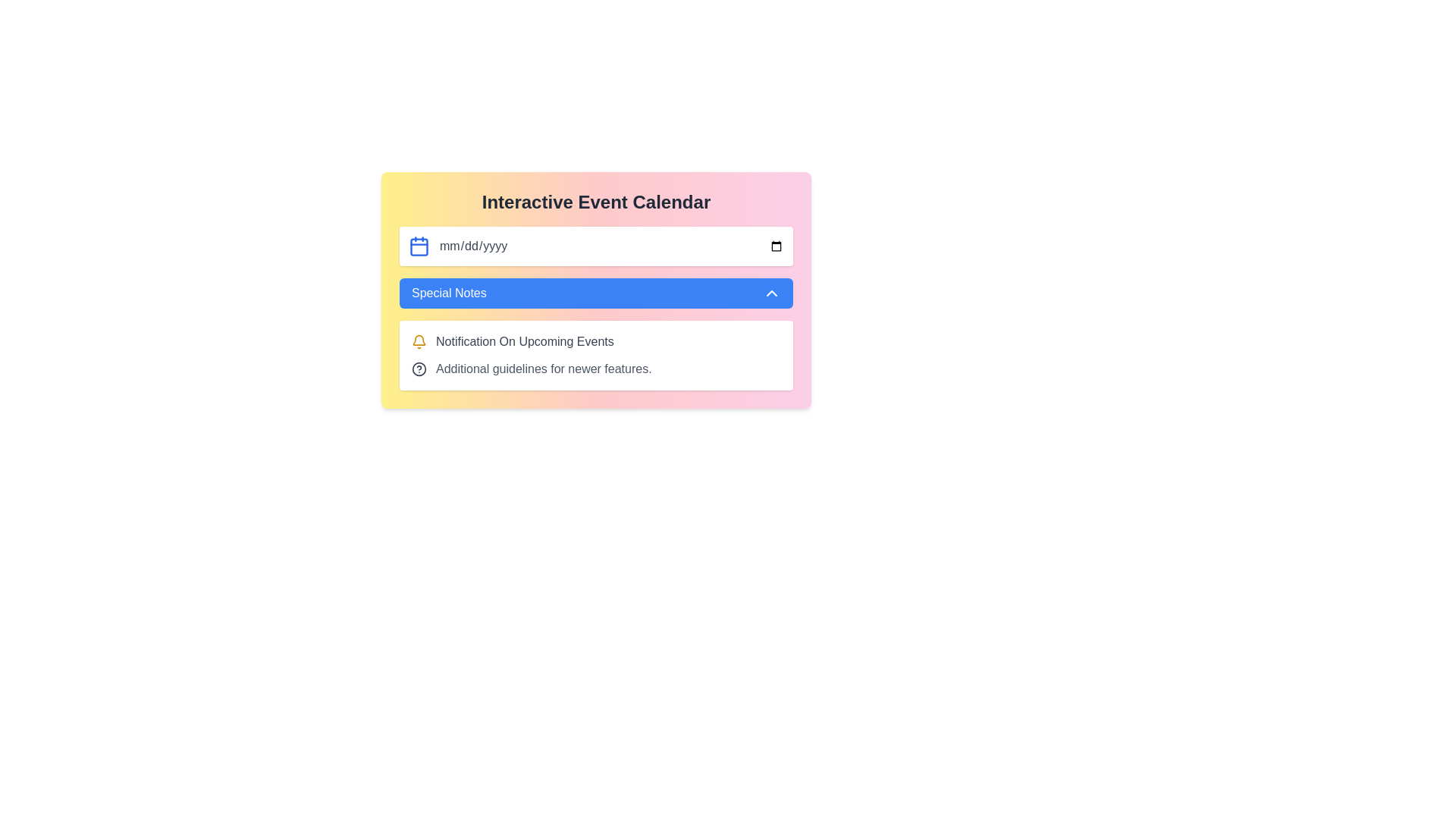 Image resolution: width=1456 pixels, height=819 pixels. Describe the element at coordinates (419, 342) in the screenshot. I see `the notification icon located to the left of the text 'Notification On Upcoming Events', which indicates active notifications related to events` at that location.